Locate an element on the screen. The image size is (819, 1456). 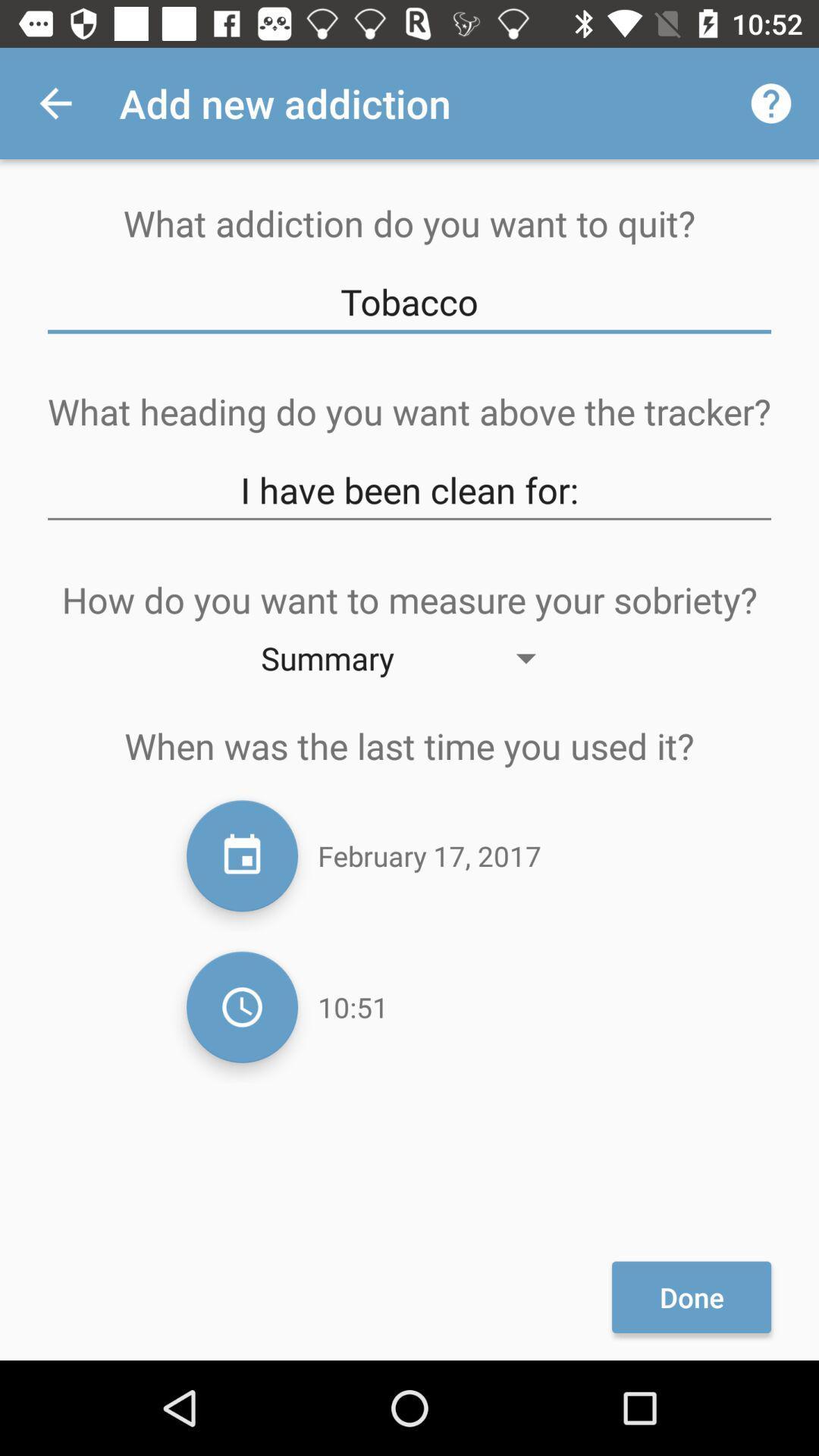
change time of day is located at coordinates (241, 1007).